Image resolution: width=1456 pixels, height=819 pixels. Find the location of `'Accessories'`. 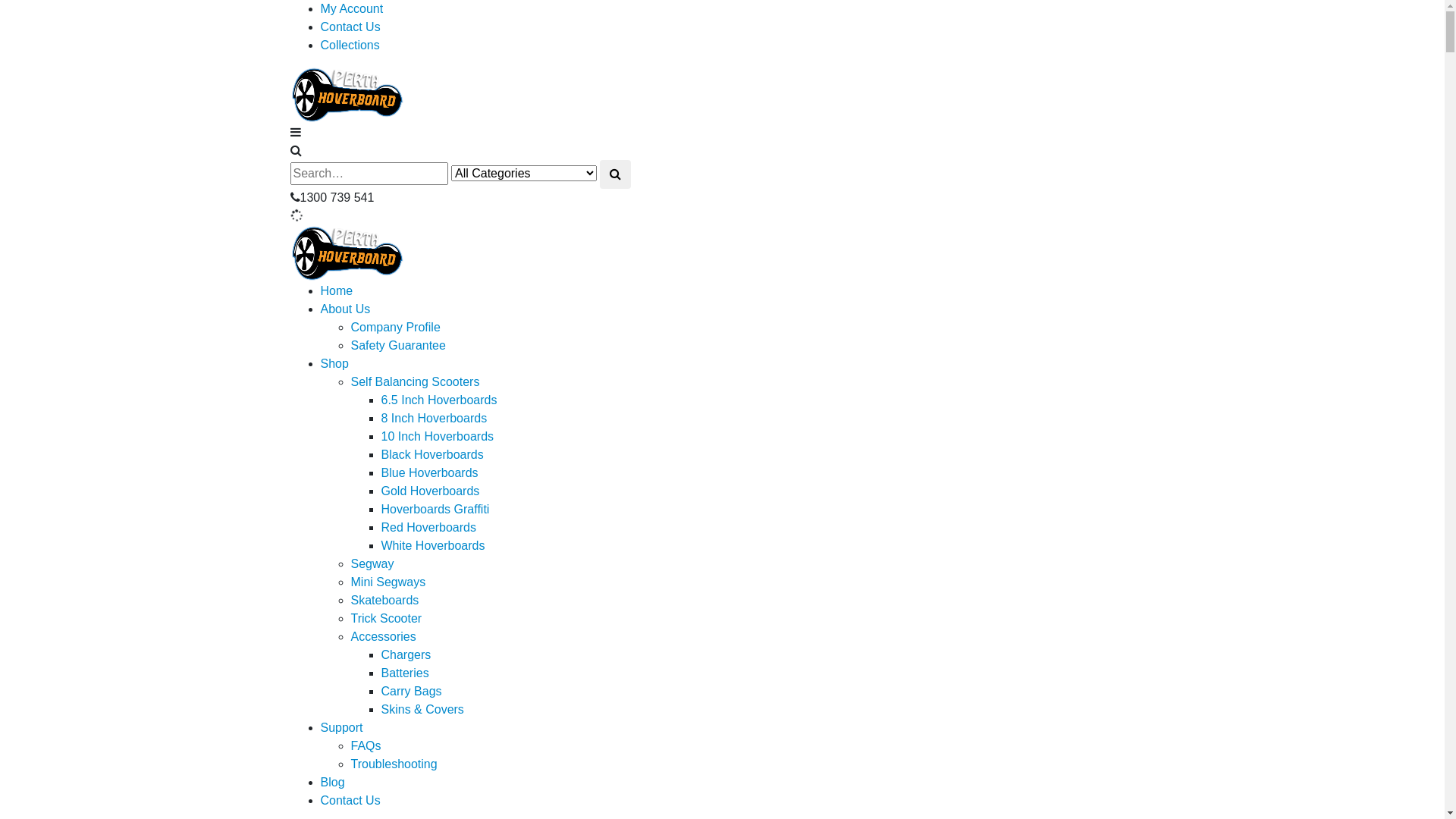

'Accessories' is located at coordinates (349, 636).